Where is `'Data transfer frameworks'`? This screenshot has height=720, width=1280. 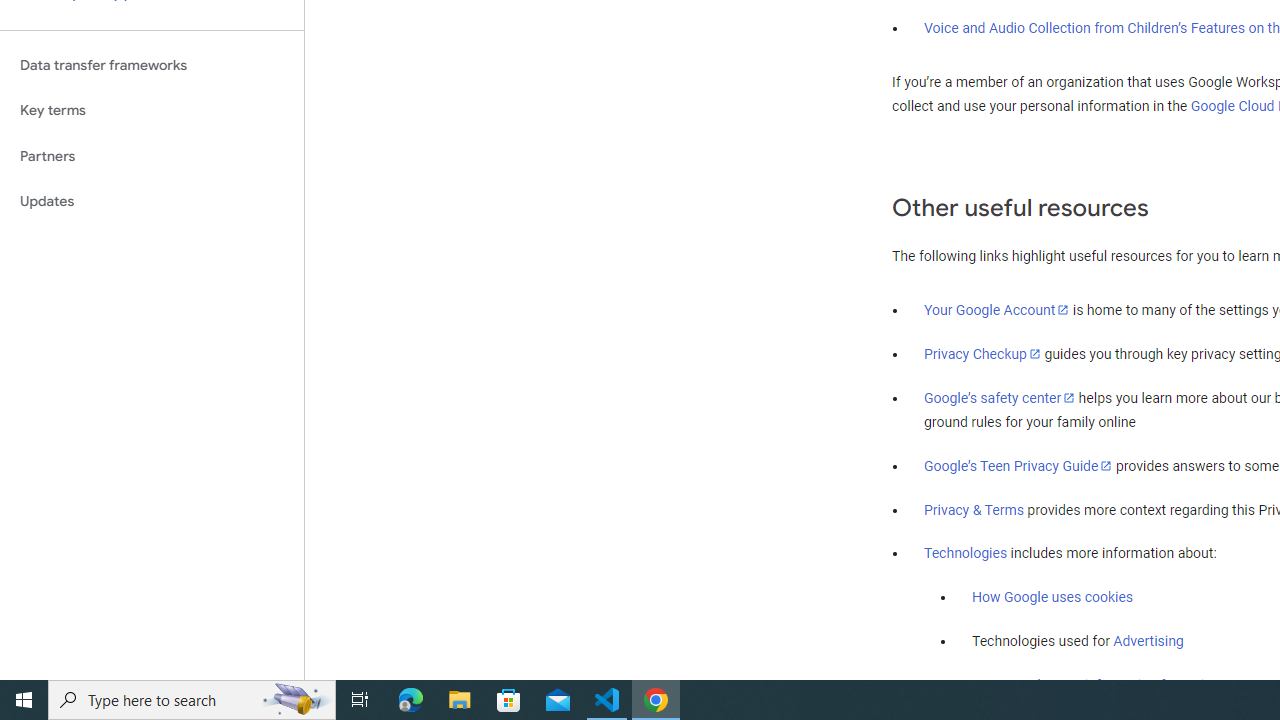
'Data transfer frameworks' is located at coordinates (151, 64).